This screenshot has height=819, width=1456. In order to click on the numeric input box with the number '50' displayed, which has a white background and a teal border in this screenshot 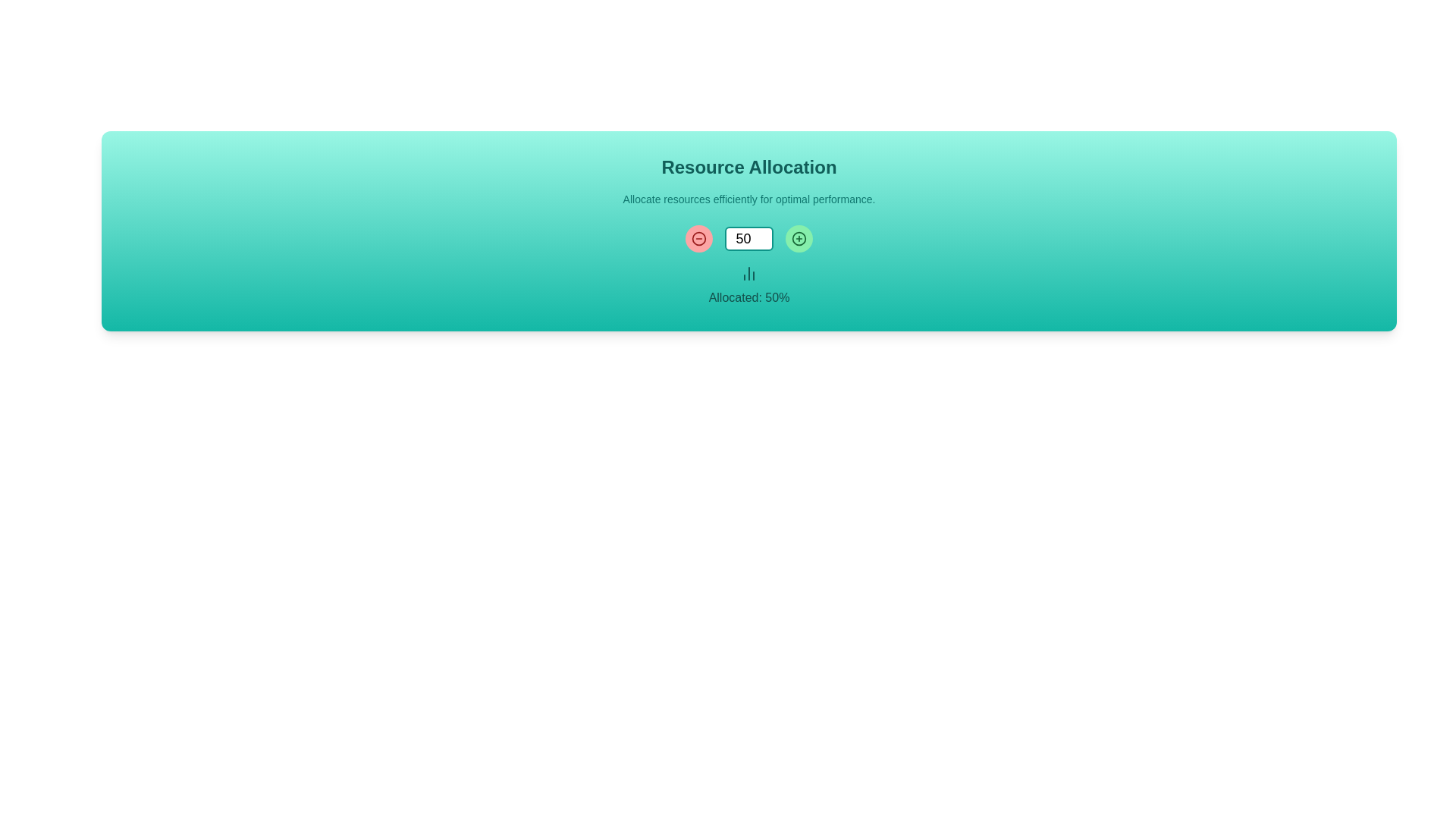, I will do `click(749, 239)`.